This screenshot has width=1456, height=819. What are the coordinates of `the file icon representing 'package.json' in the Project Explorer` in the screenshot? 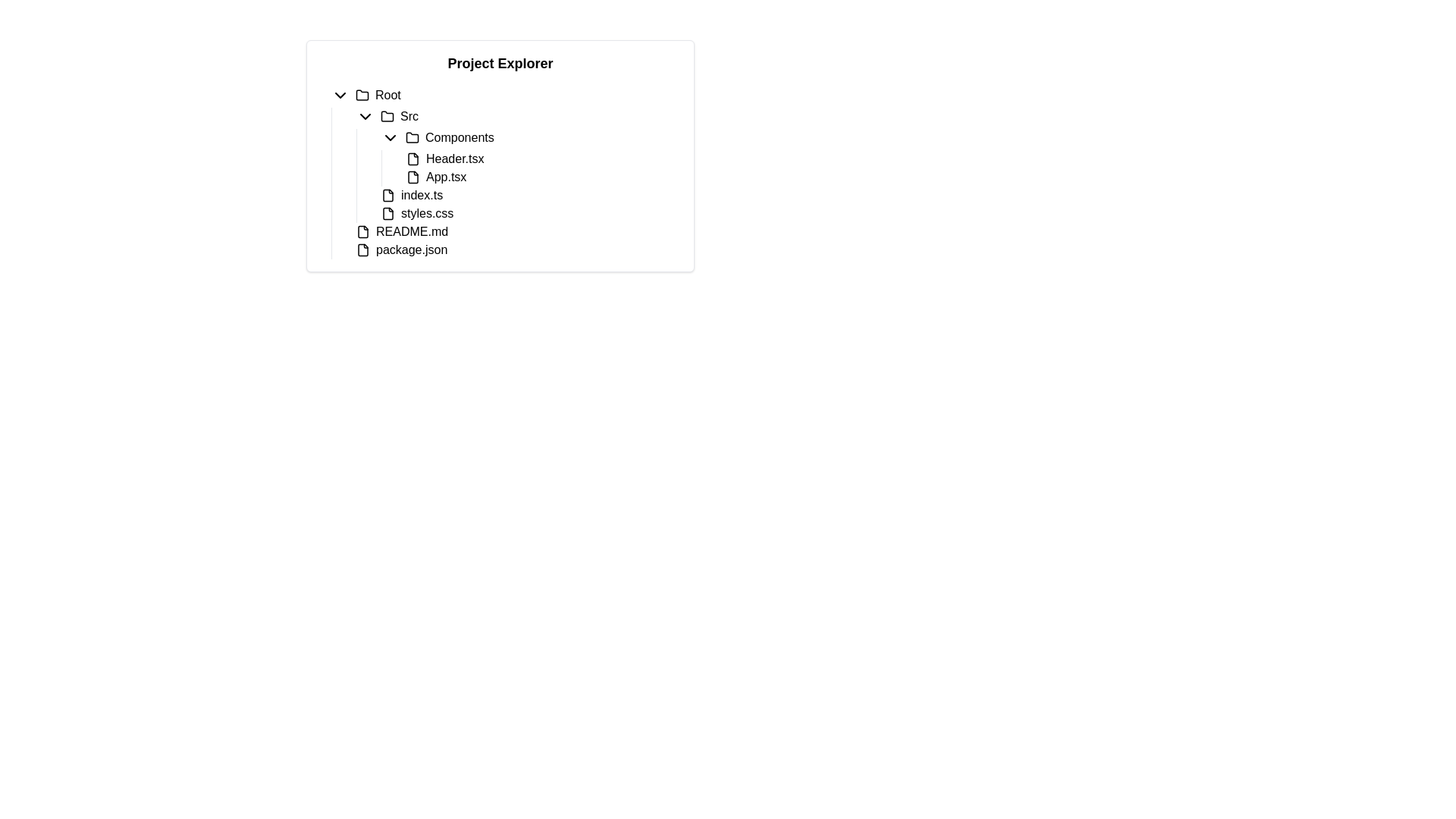 It's located at (362, 249).